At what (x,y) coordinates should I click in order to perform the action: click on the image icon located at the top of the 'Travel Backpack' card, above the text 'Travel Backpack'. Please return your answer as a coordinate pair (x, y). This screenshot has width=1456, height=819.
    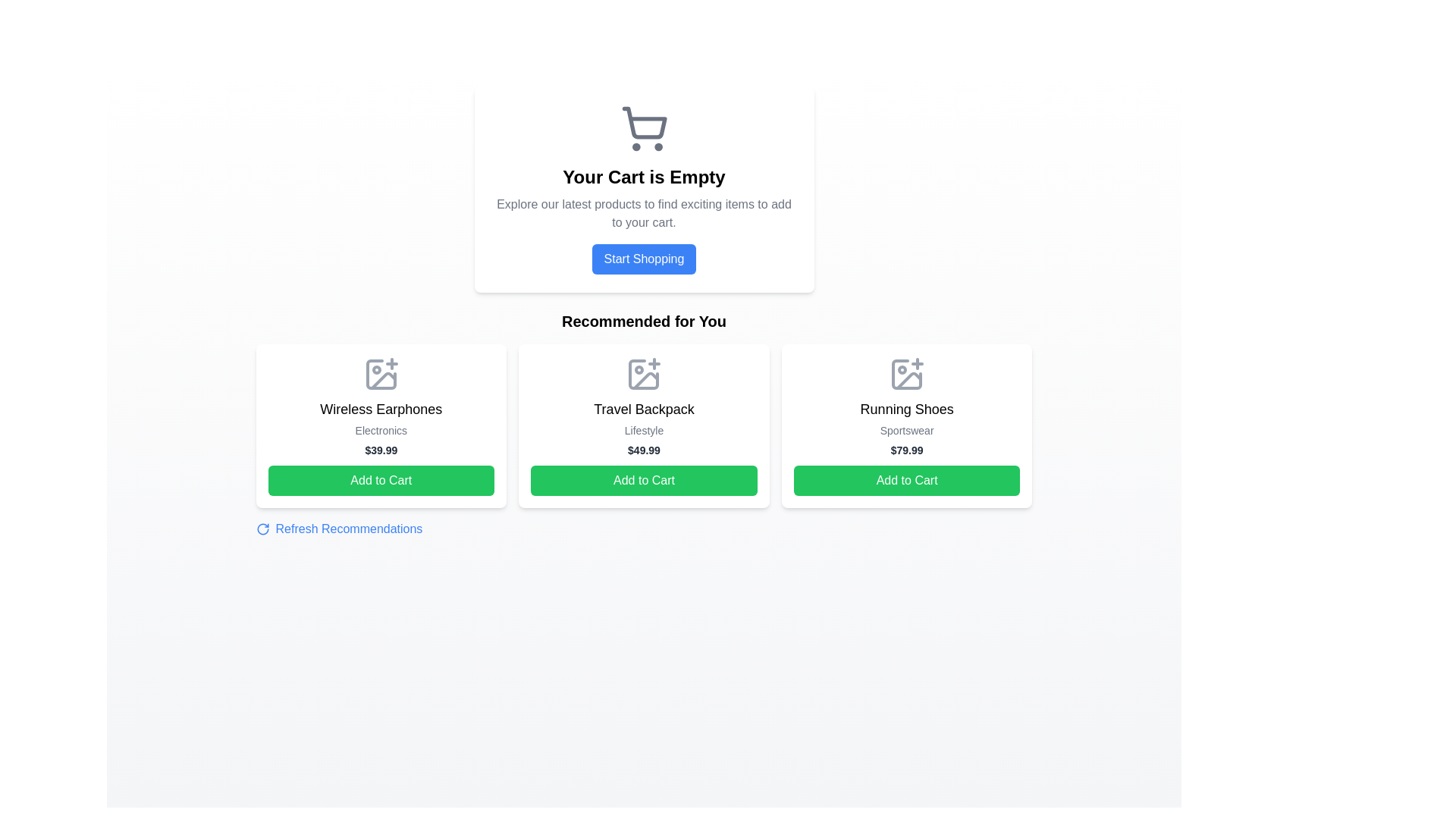
    Looking at the image, I should click on (644, 374).